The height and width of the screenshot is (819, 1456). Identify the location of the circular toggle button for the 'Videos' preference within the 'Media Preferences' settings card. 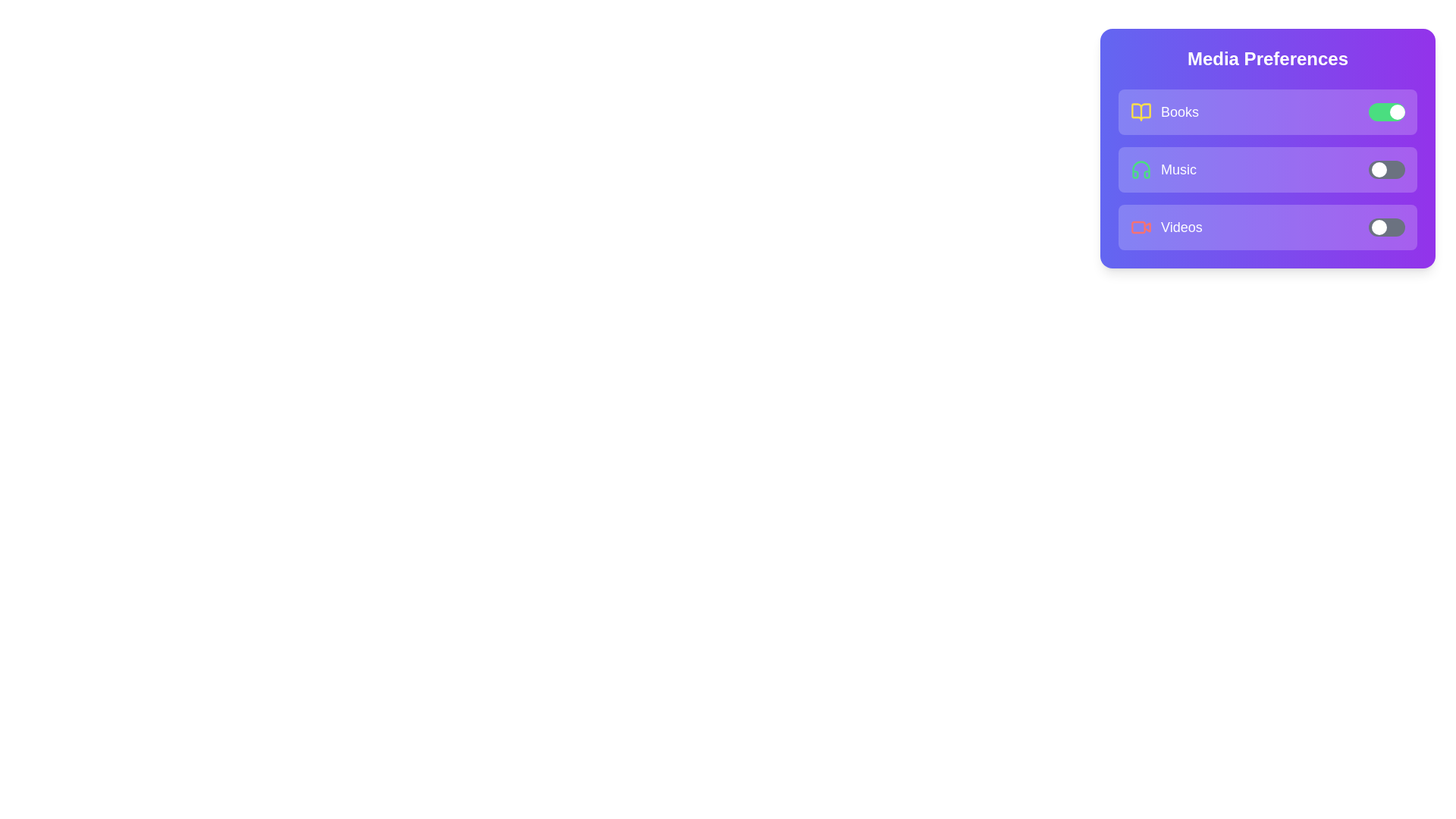
(1379, 227).